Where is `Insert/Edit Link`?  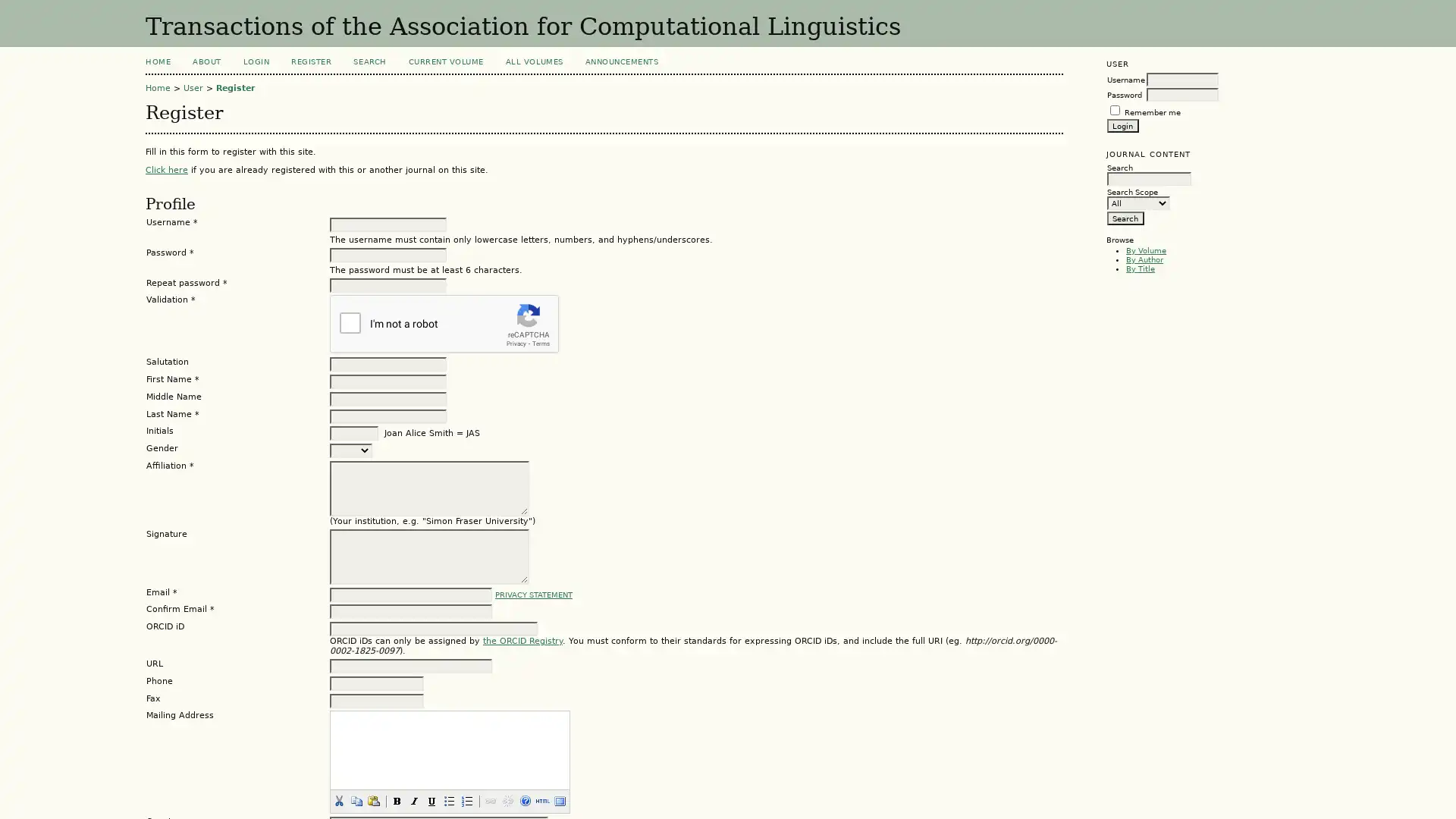
Insert/Edit Link is located at coordinates (490, 800).